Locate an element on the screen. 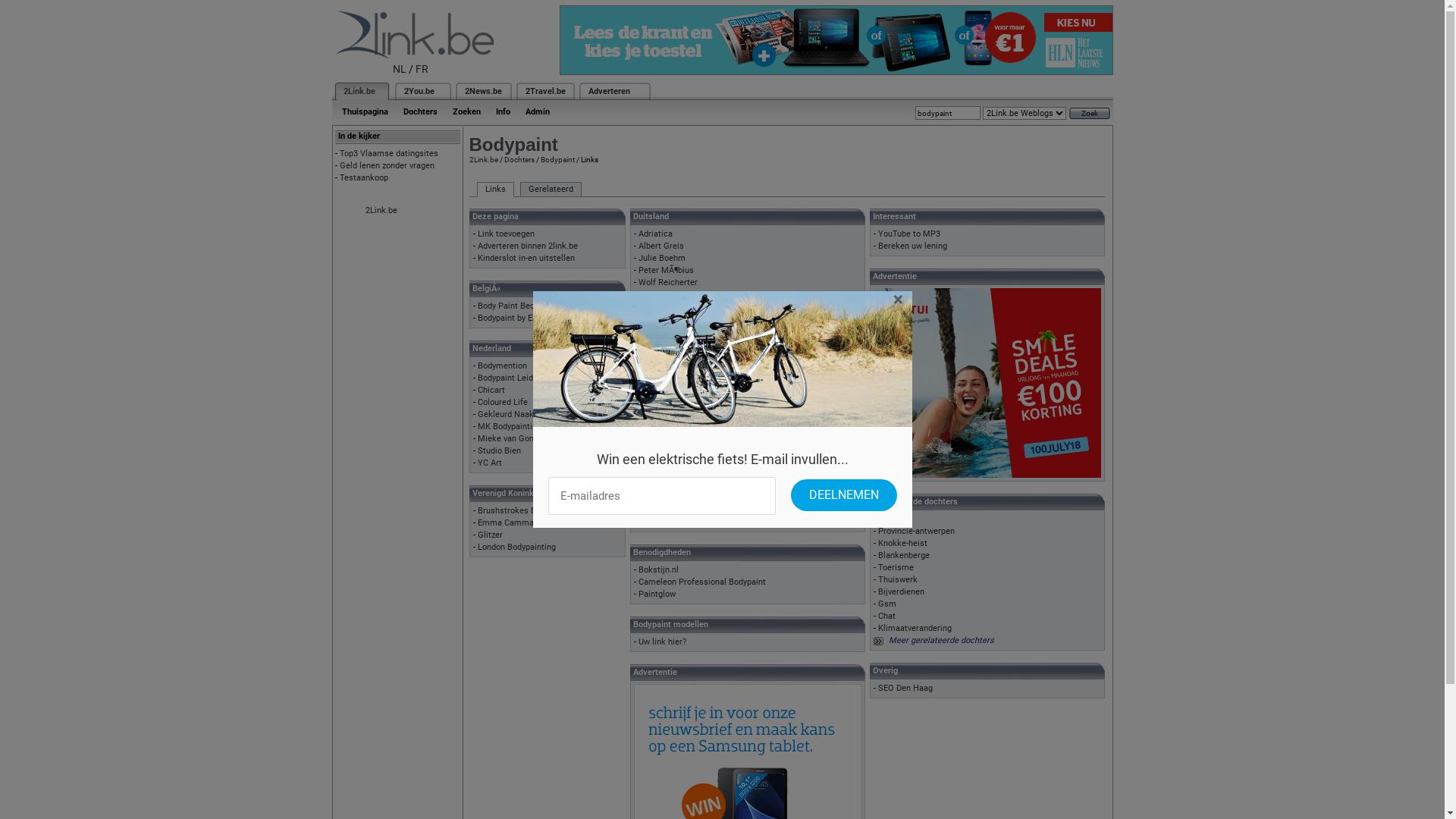 The width and height of the screenshot is (1456, 819). 'Paintglow' is located at coordinates (657, 593).